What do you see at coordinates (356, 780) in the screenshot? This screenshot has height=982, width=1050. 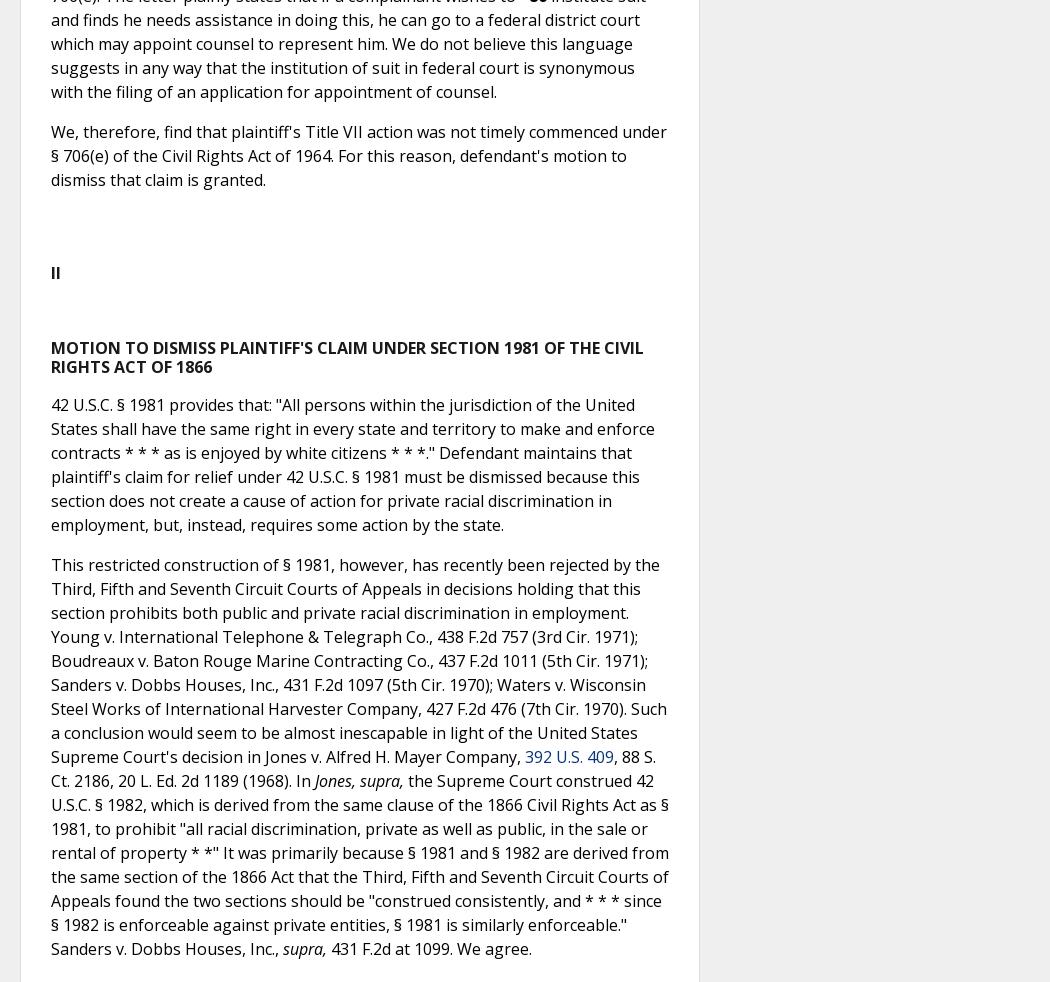 I see `'Jones, supra'` at bounding box center [356, 780].